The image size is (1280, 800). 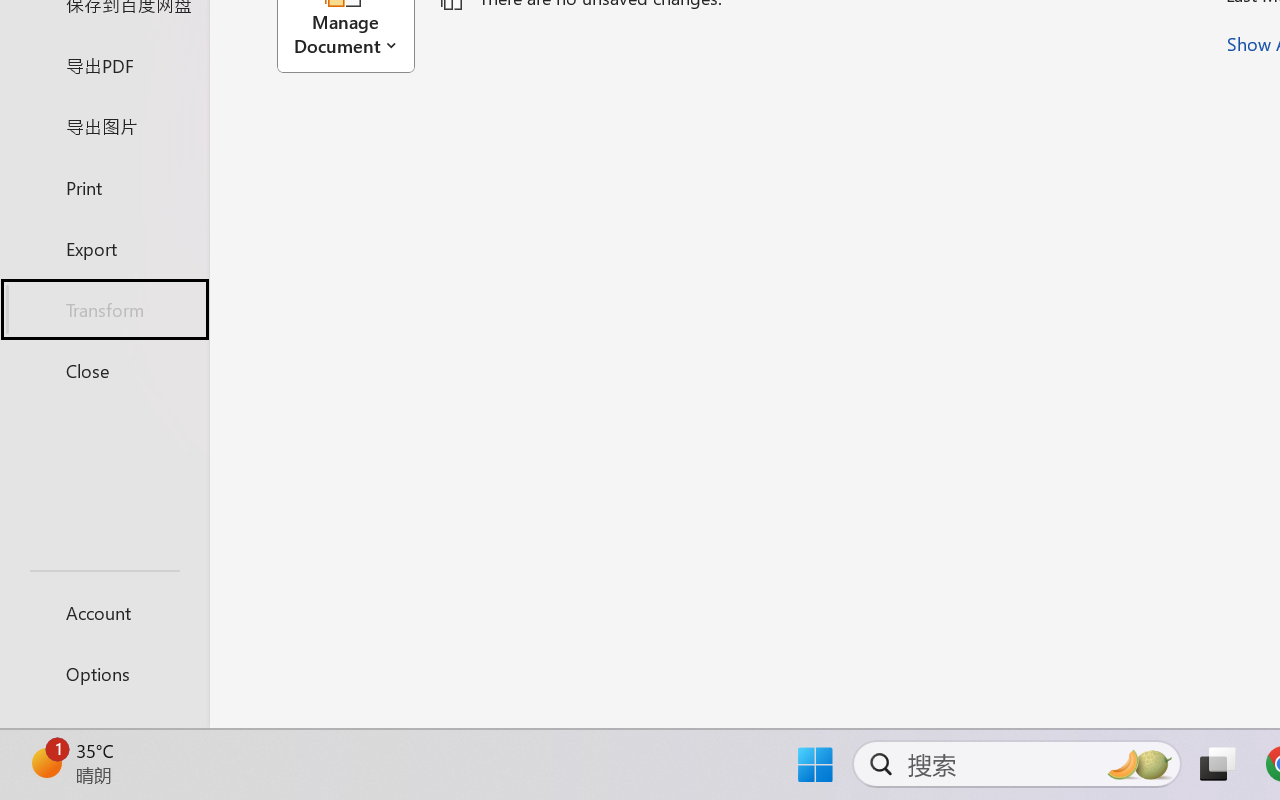 What do you see at coordinates (103, 186) in the screenshot?
I see `'Print'` at bounding box center [103, 186].